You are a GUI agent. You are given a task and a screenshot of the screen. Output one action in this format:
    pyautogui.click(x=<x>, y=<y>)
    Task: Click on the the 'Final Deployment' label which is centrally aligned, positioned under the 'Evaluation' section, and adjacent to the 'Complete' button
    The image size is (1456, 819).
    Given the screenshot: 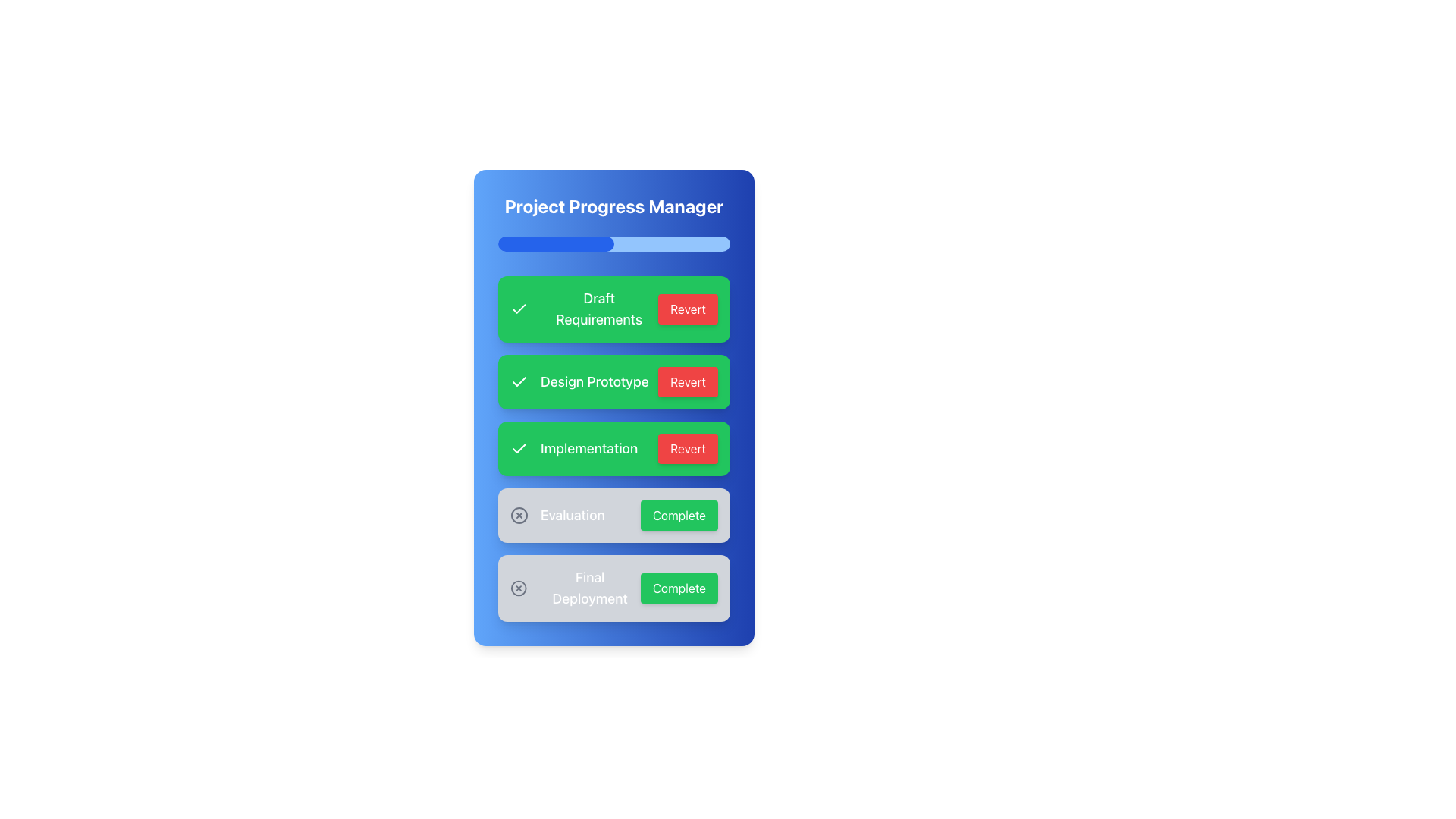 What is the action you would take?
    pyautogui.click(x=589, y=587)
    